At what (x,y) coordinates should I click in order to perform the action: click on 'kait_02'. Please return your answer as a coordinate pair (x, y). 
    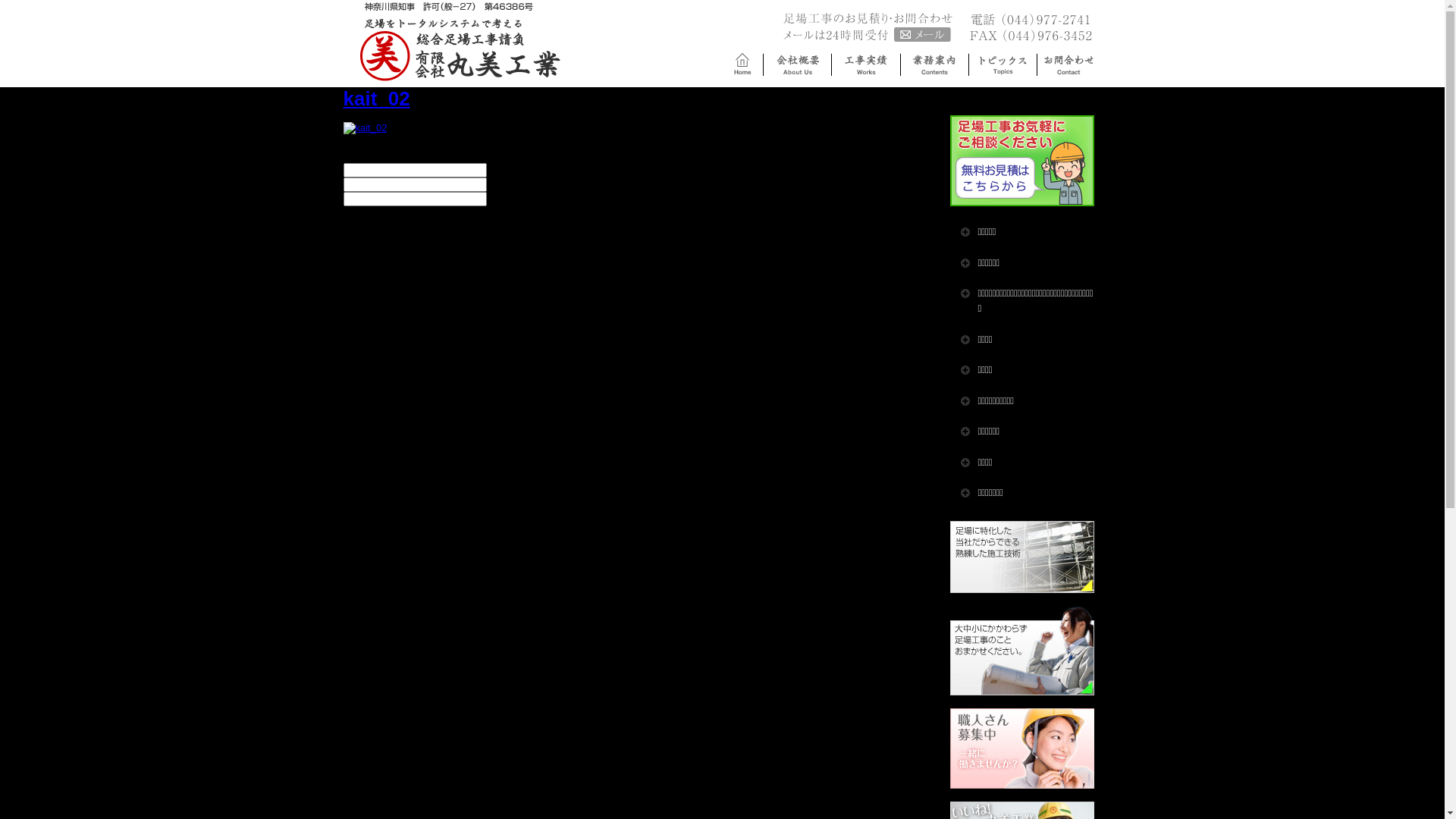
    Looking at the image, I should click on (364, 127).